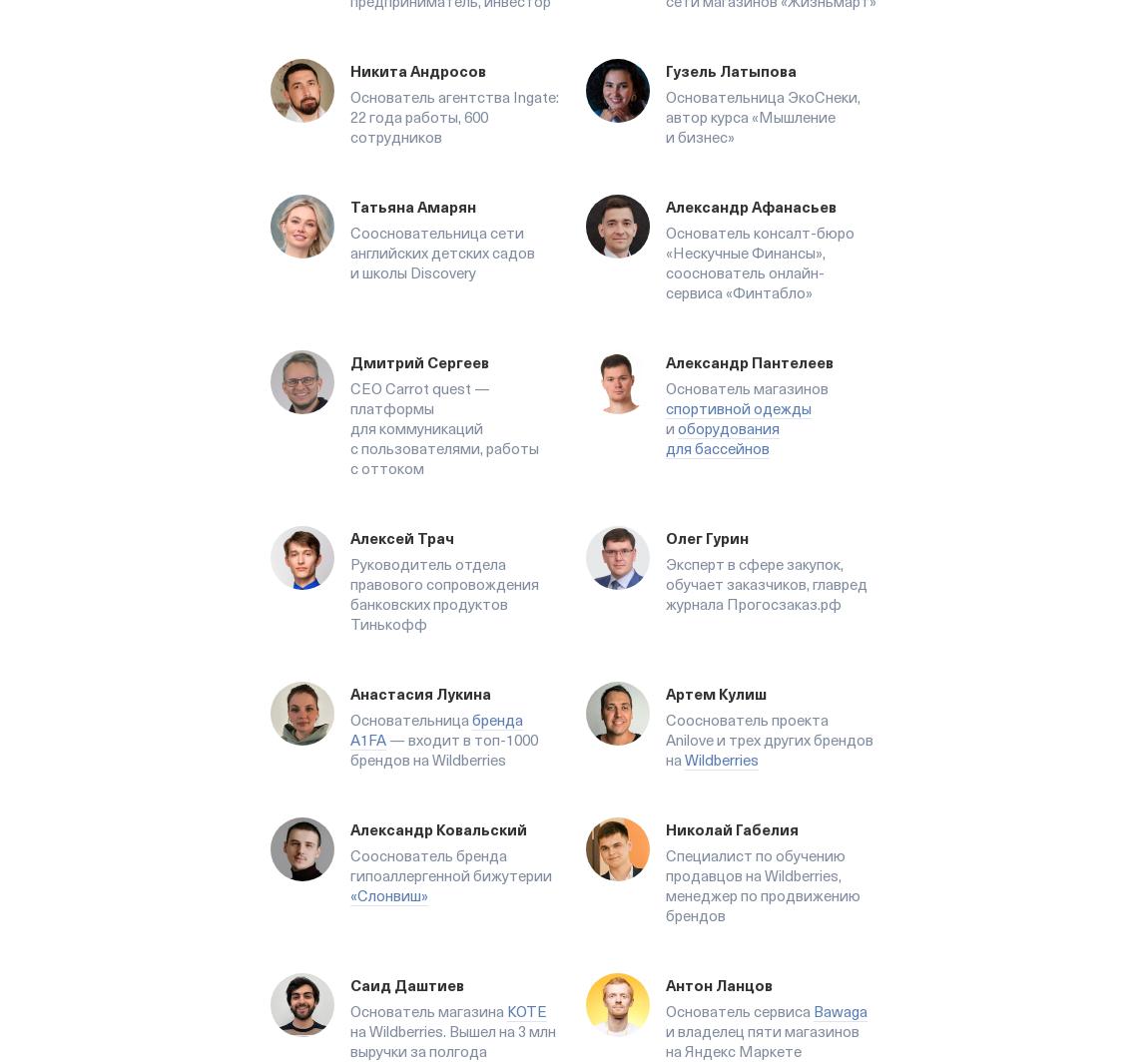 Image resolution: width=1148 pixels, height=1062 pixels. Describe the element at coordinates (444, 749) in the screenshot. I see `'— входит в топ-1000 брендов на Wildberries'` at that location.